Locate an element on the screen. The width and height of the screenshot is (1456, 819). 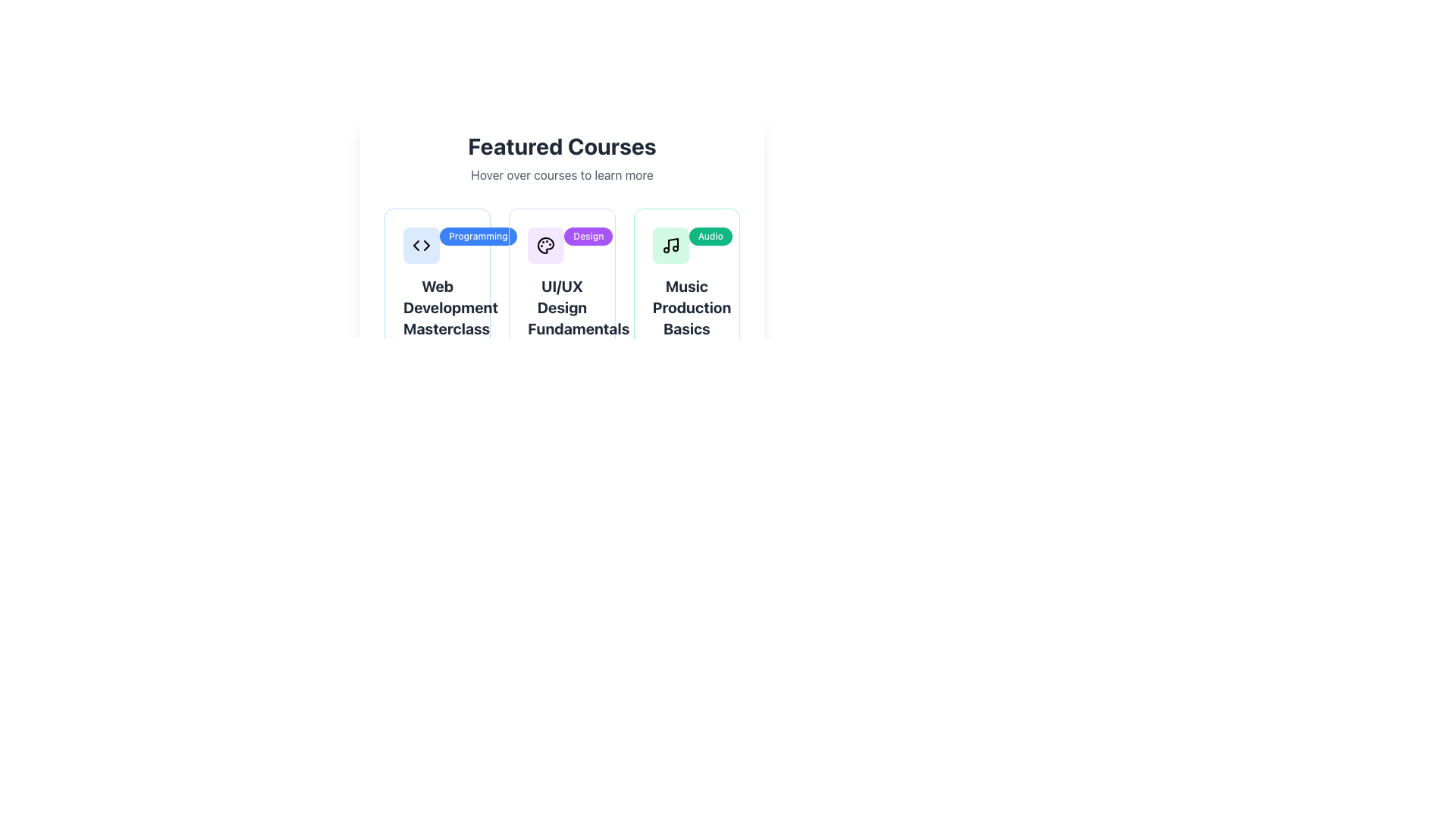
the left-pointing arrowhead icon located at the top-left corner of the 'Web Development Masterclass' card, which is the leftmost of two arrow shapes is located at coordinates (416, 245).